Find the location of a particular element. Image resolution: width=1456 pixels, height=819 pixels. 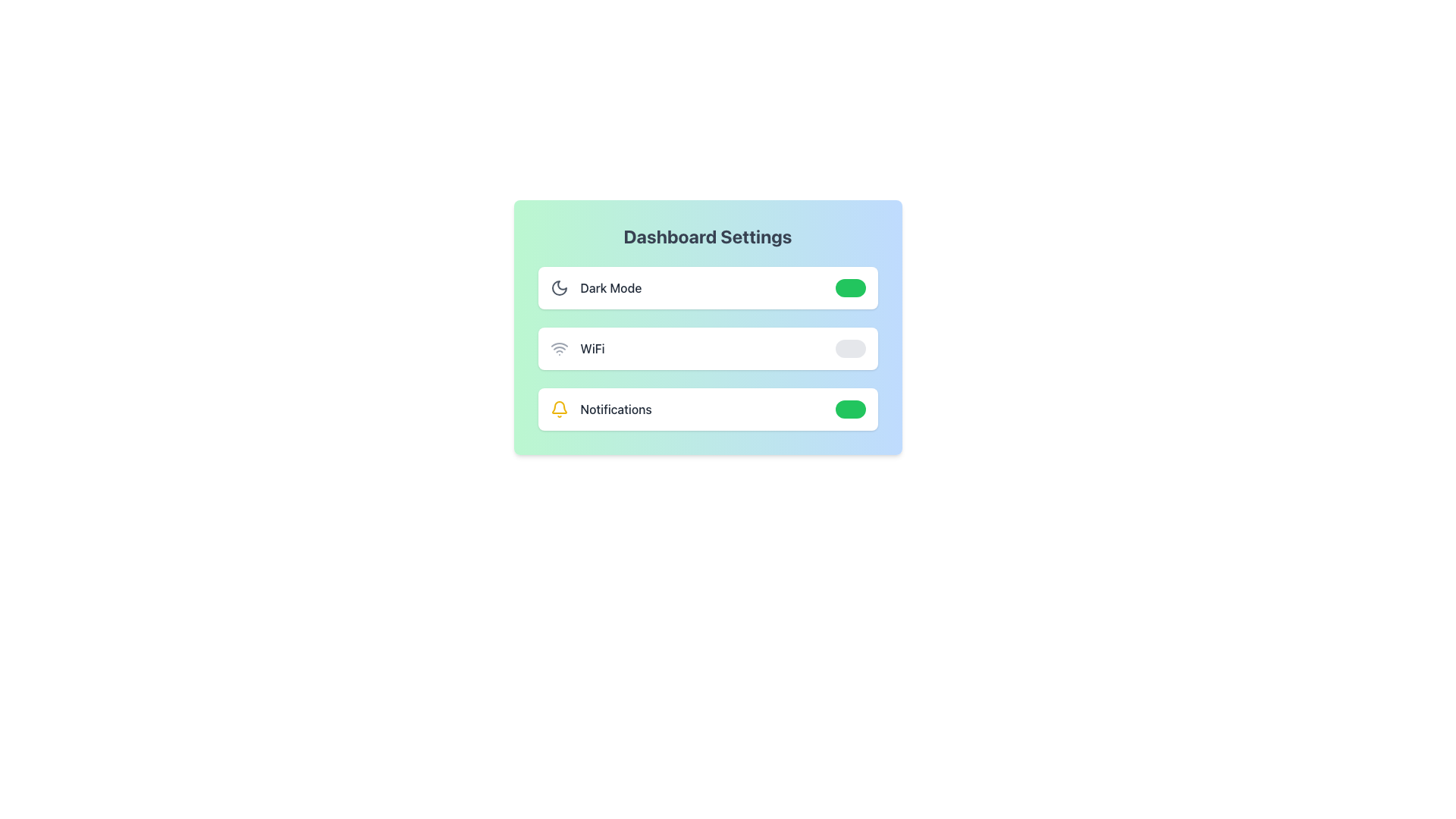

the toggle switch in the Notifications section, which has a green background and a round white button indicating its enabled state, to determine the setting status is located at coordinates (850, 409).